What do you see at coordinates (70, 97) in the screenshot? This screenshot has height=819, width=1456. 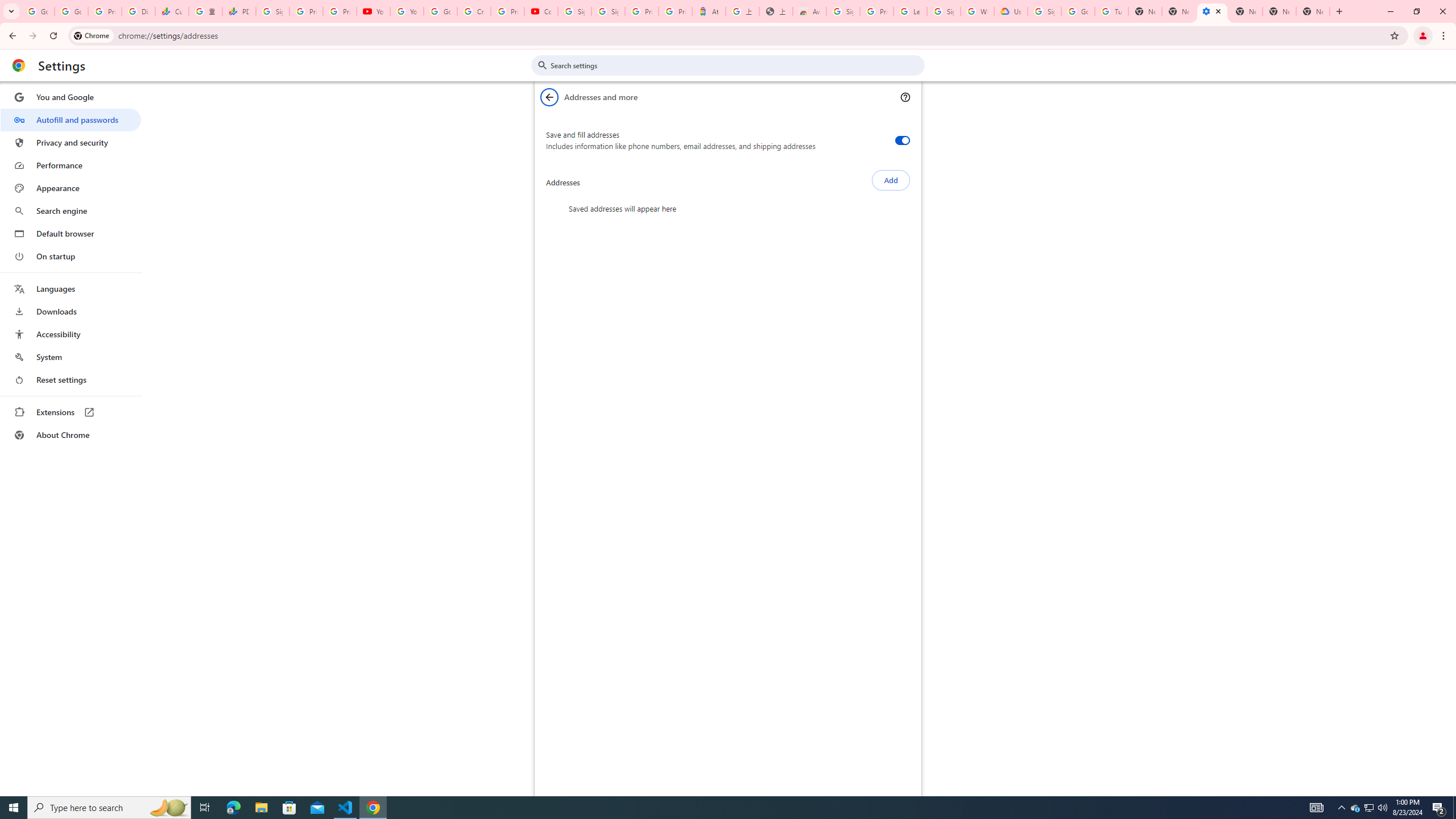 I see `'You and Google'` at bounding box center [70, 97].